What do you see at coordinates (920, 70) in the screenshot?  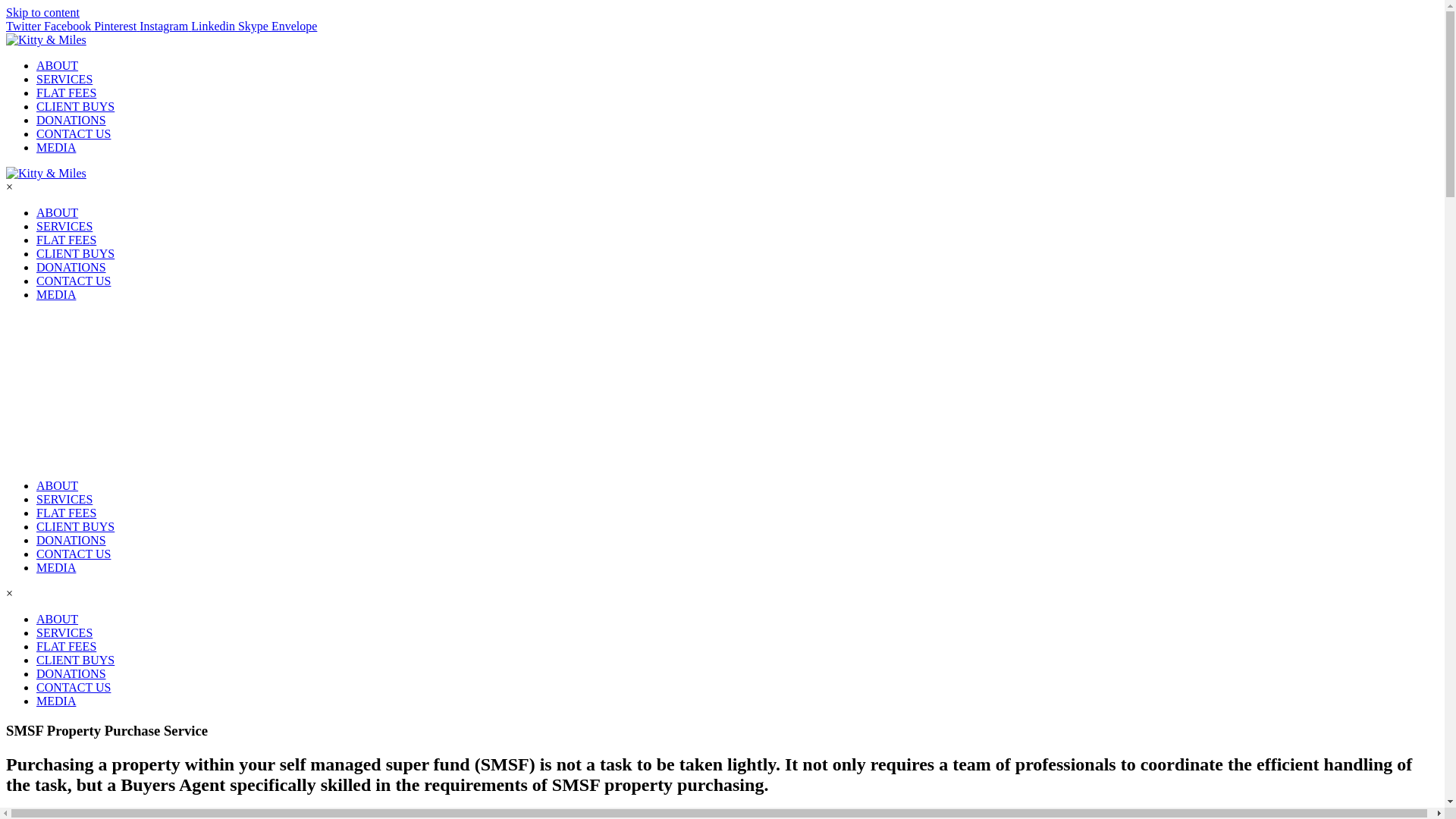 I see `'DONATIONS'` at bounding box center [920, 70].